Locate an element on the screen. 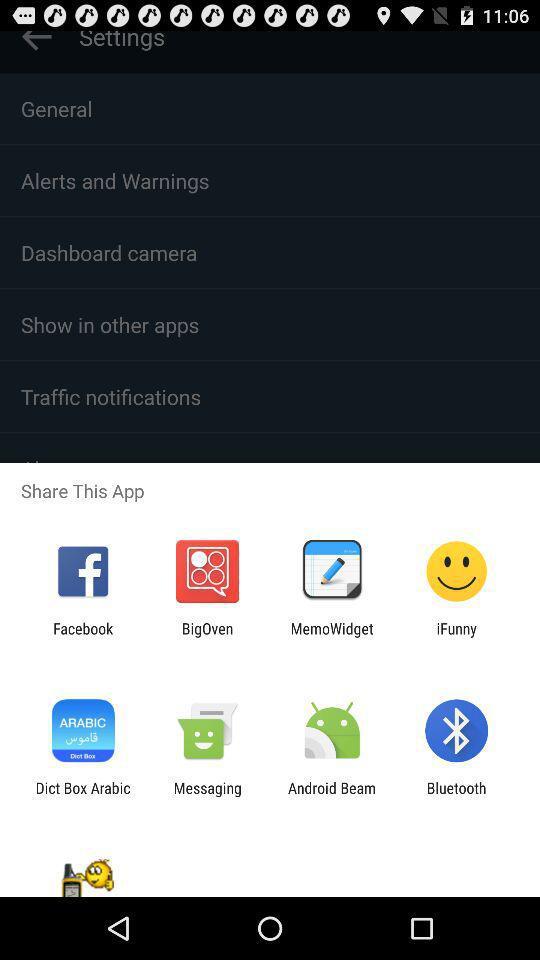  the icon to the left of the ifunny is located at coordinates (332, 636).